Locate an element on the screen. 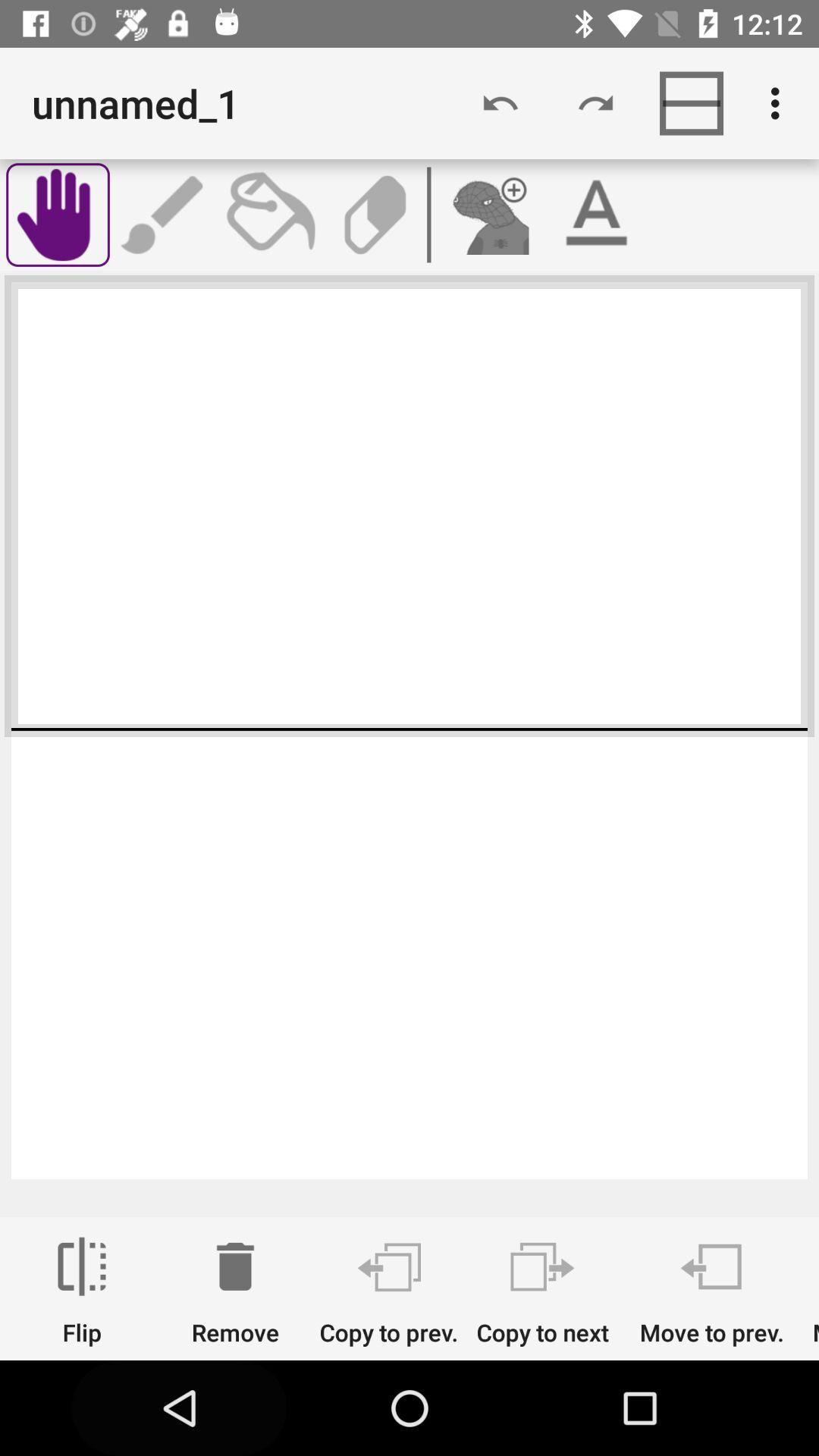 Image resolution: width=819 pixels, height=1456 pixels. the icon next to remove is located at coordinates (82, 1291).